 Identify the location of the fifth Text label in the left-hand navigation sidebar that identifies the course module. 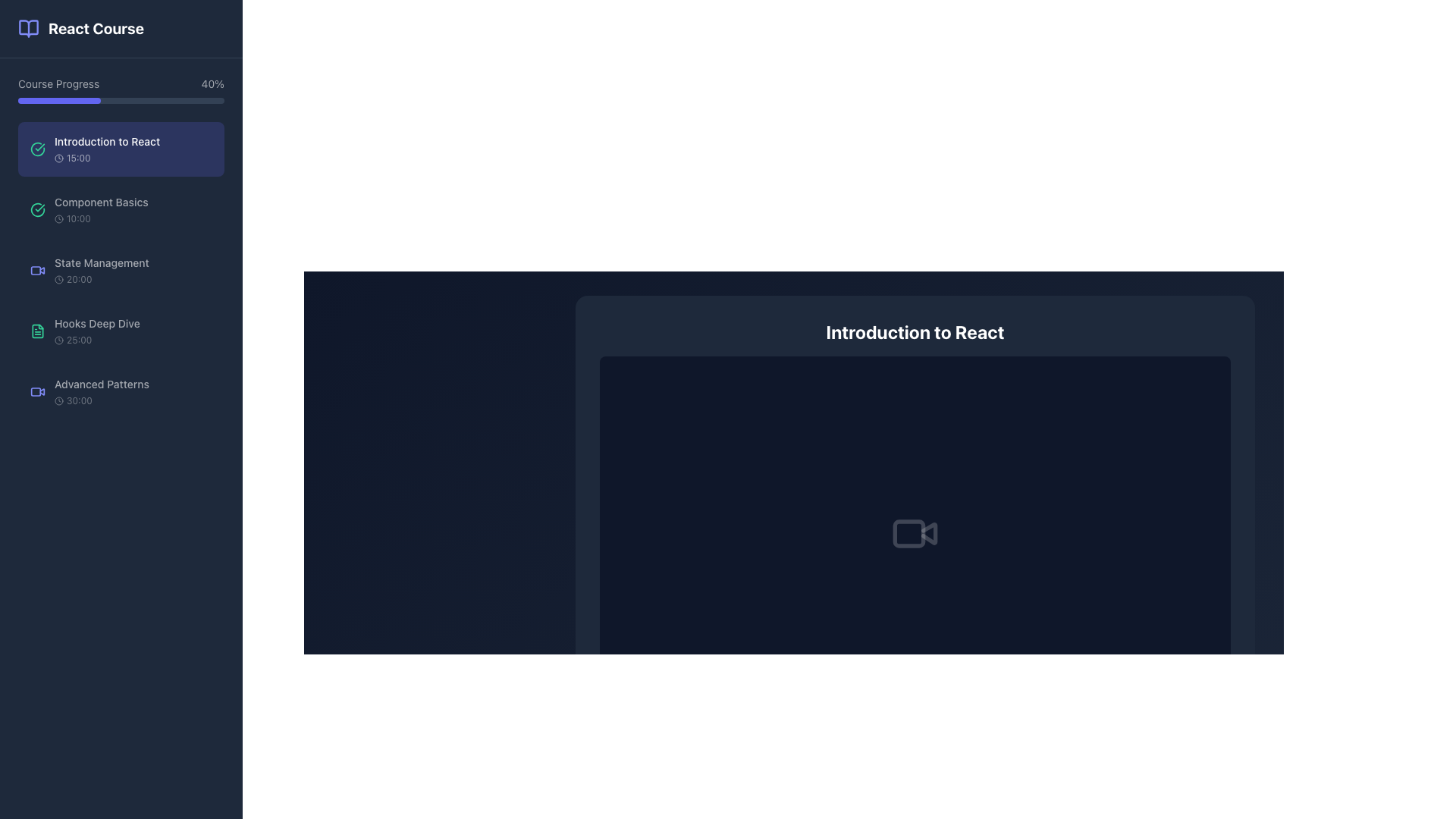
(133, 383).